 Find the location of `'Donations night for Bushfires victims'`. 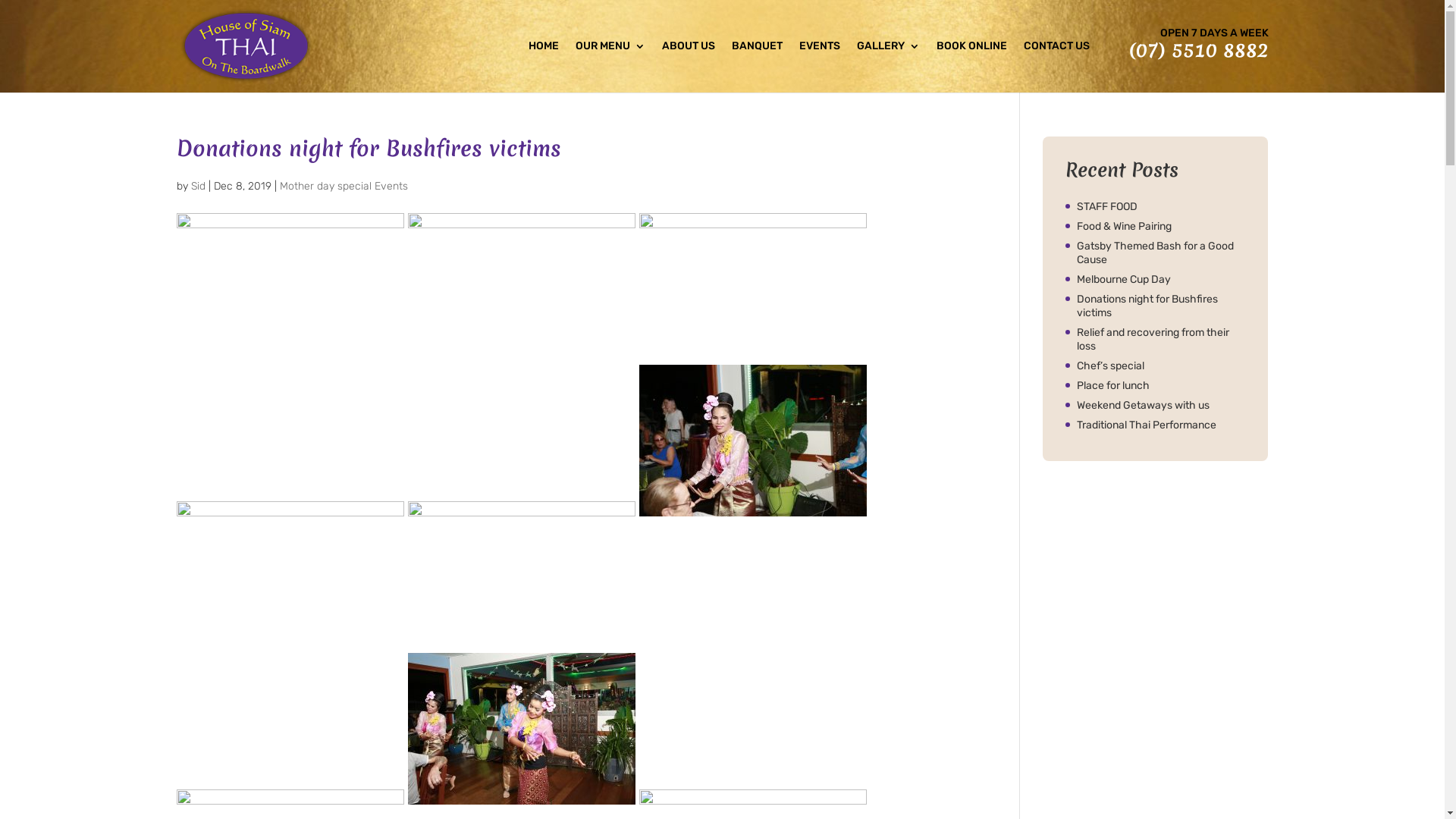

'Donations night for Bushfires victims' is located at coordinates (1160, 306).